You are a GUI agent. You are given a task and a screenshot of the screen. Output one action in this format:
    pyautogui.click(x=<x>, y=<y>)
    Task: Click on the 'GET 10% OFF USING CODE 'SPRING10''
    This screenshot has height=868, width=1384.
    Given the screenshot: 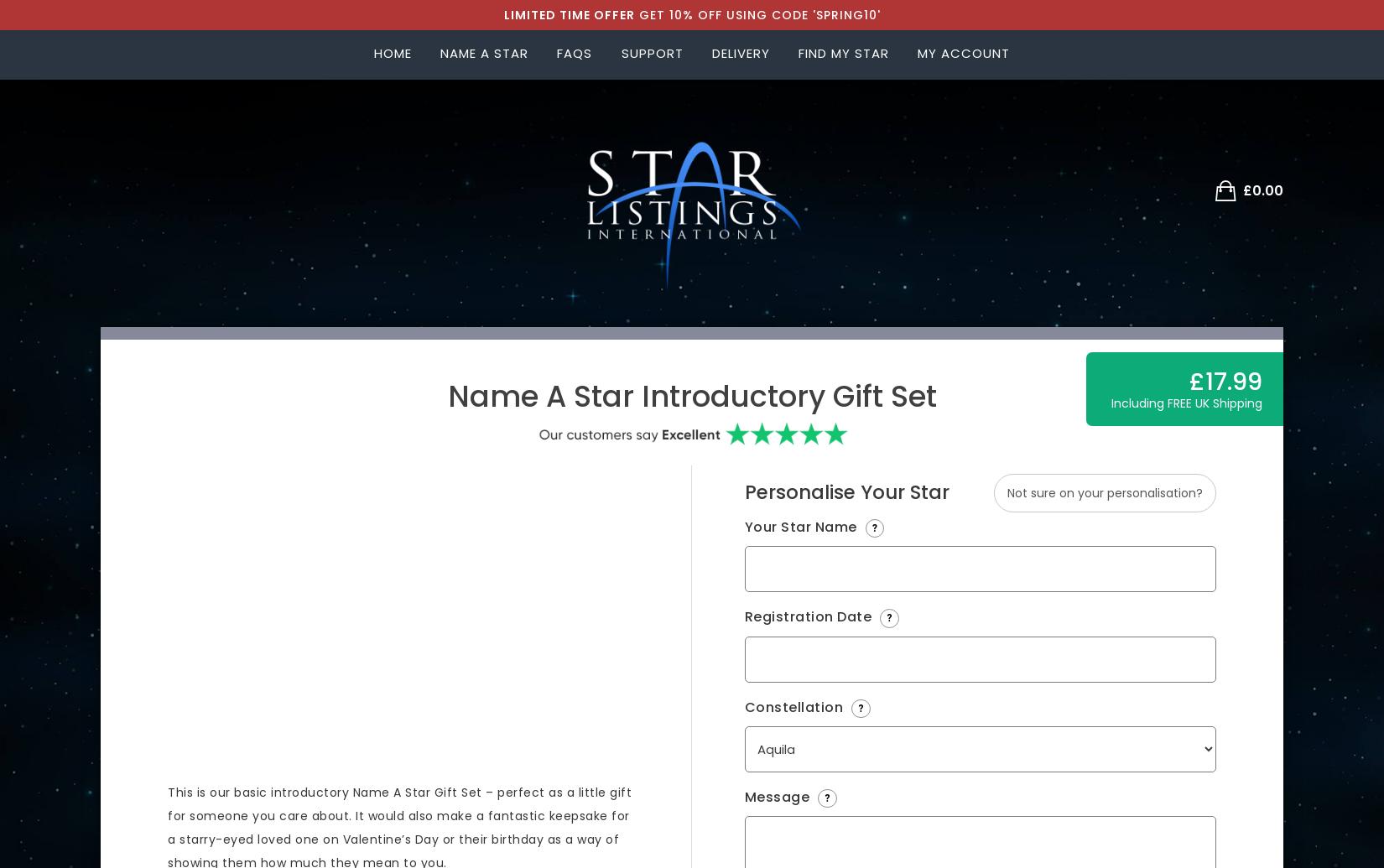 What is the action you would take?
    pyautogui.click(x=757, y=15)
    